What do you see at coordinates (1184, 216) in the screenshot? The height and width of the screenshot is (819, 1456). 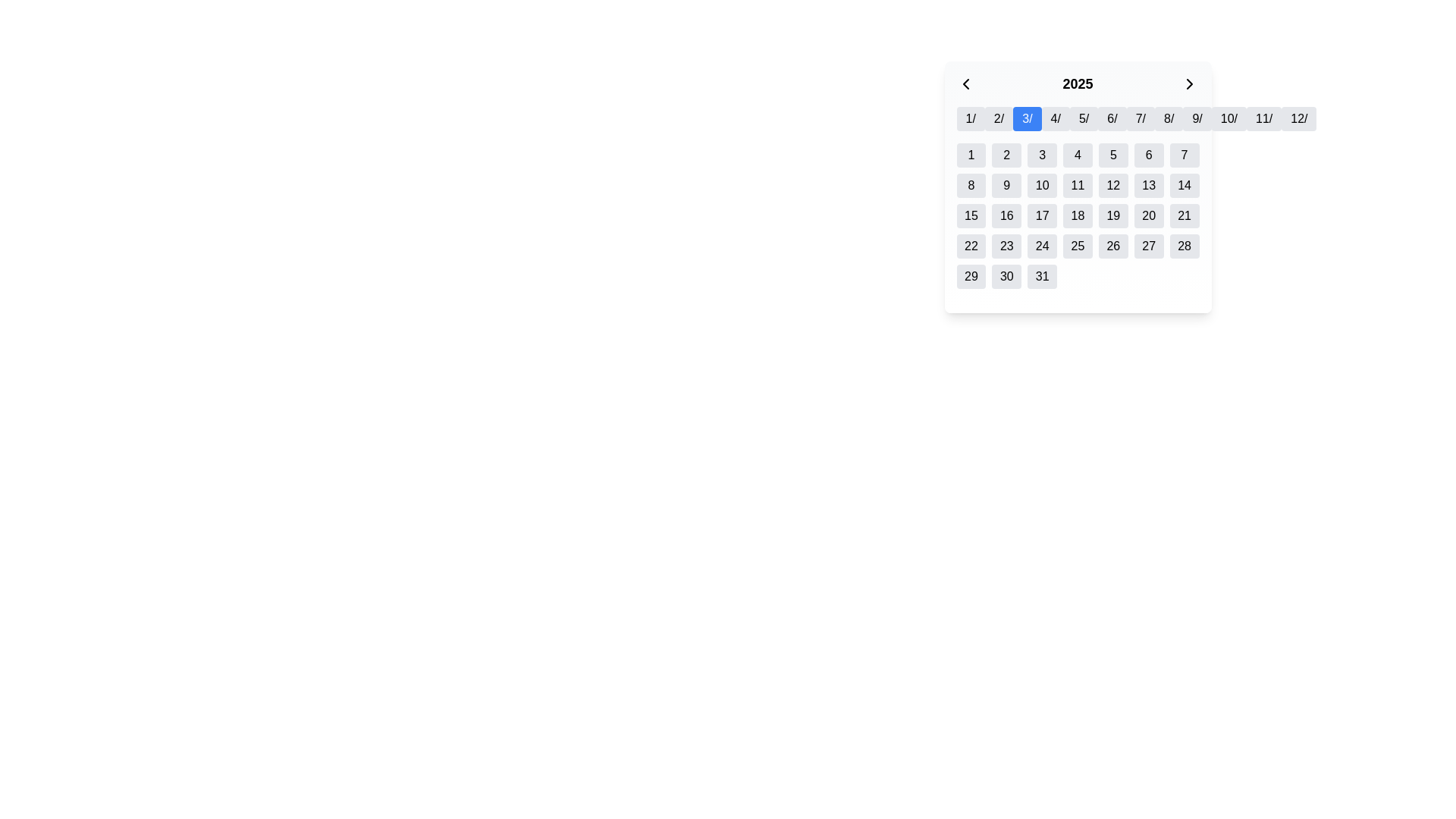 I see `the calendar button that allows users to select the day '21', located in the third row and seventh column of the calendar grid` at bounding box center [1184, 216].